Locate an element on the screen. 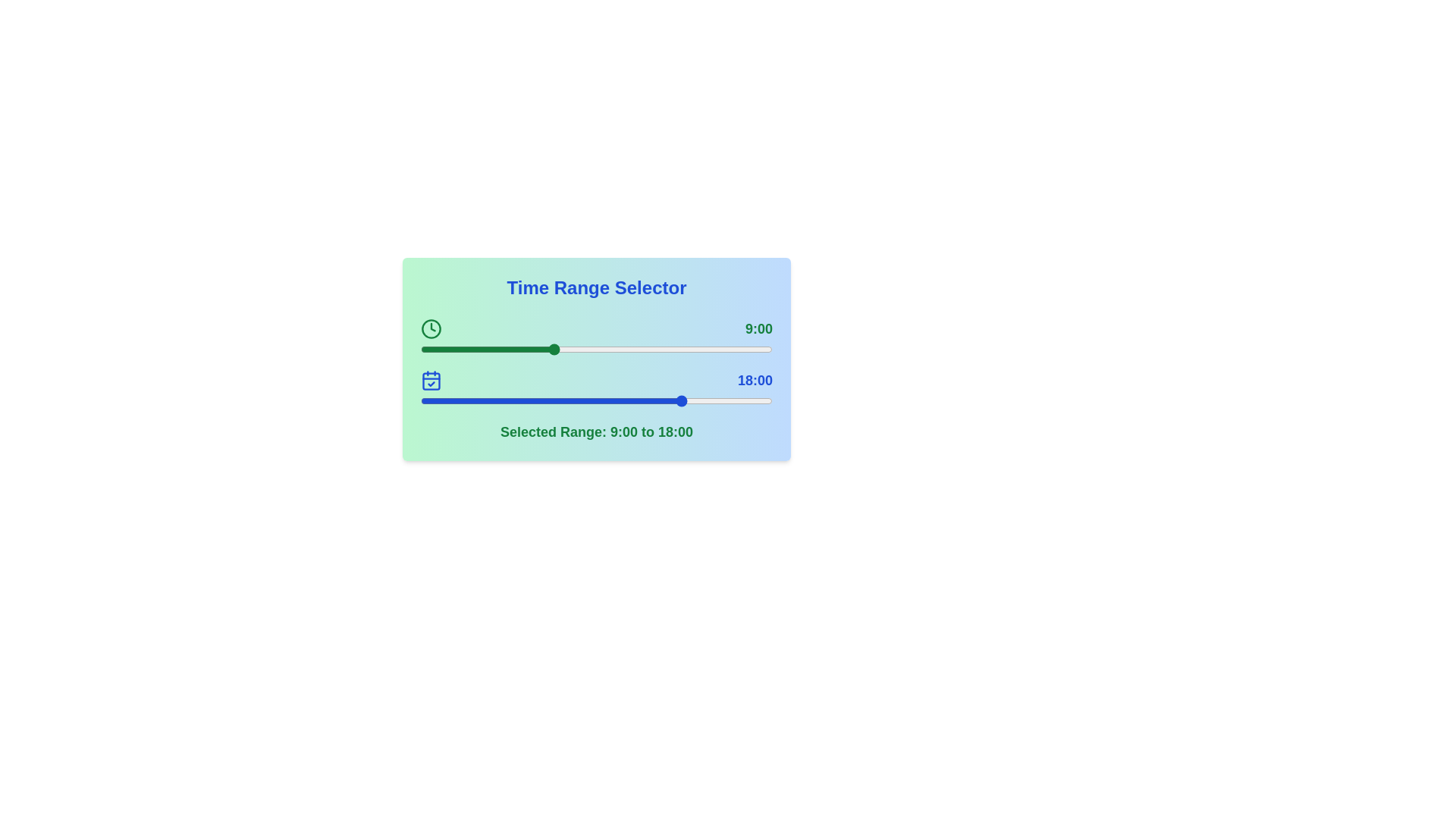  the icon located to the left of the numeric time display '9:00' is located at coordinates (431, 328).